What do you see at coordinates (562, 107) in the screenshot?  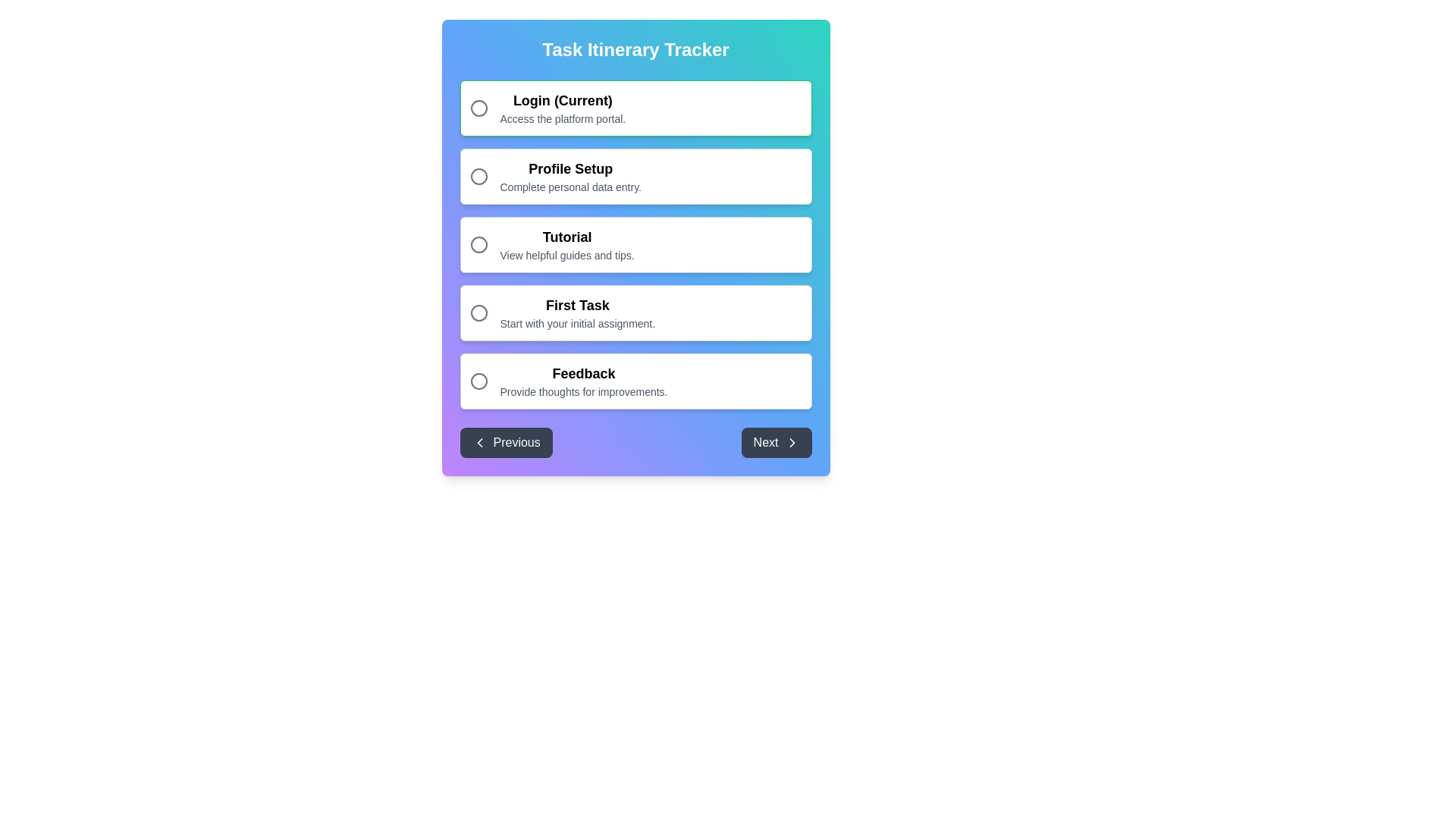 I see `the informational text block that identifies the current step or state of the user, located at the top of the vertically stacked list, above 'Profile Setup'` at bounding box center [562, 107].